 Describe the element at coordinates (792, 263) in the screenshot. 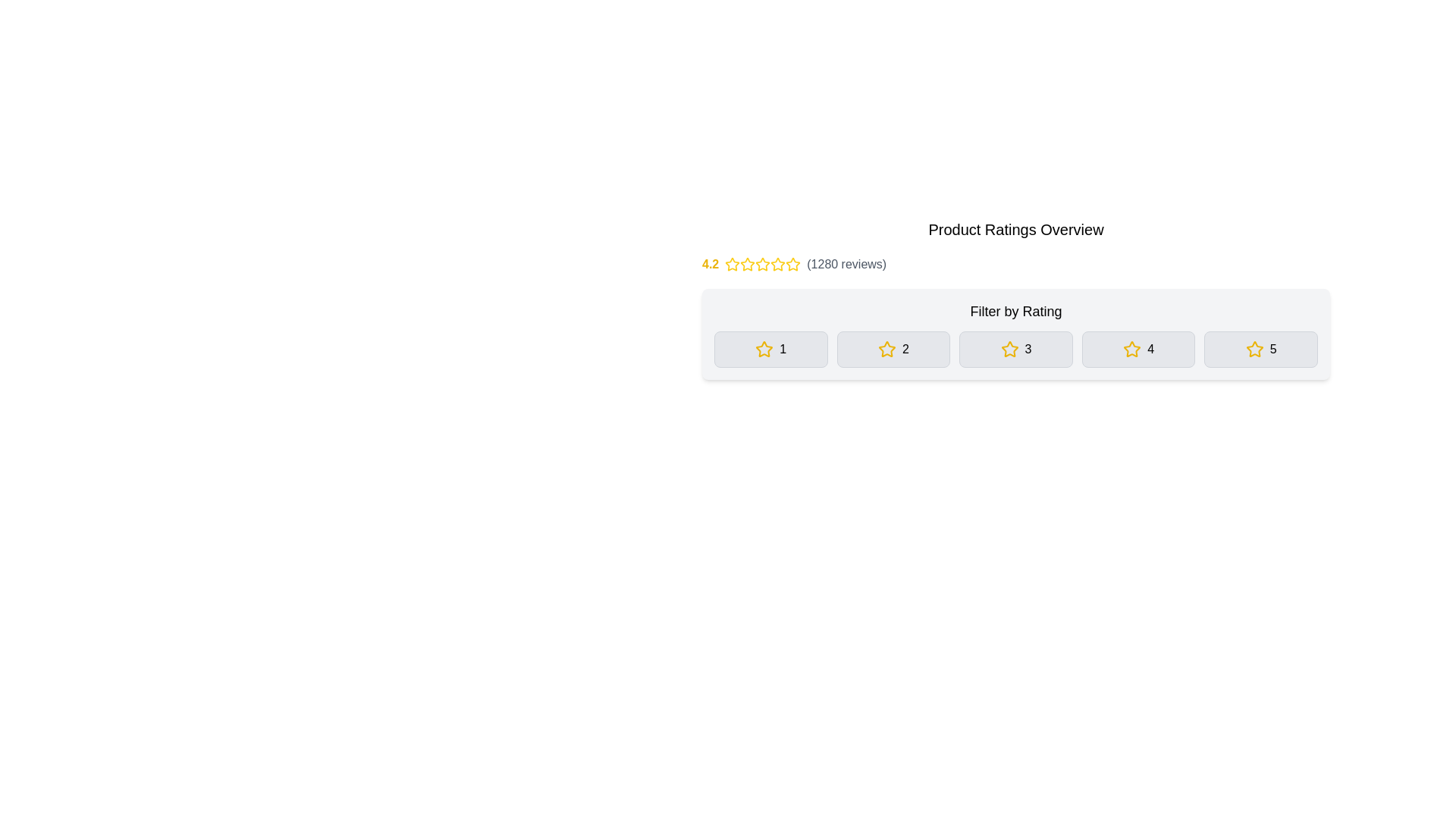

I see `the fourth star icon in the rating scale, which visually represents a rating of 4.2 and is located in the top center area of the interface` at that location.